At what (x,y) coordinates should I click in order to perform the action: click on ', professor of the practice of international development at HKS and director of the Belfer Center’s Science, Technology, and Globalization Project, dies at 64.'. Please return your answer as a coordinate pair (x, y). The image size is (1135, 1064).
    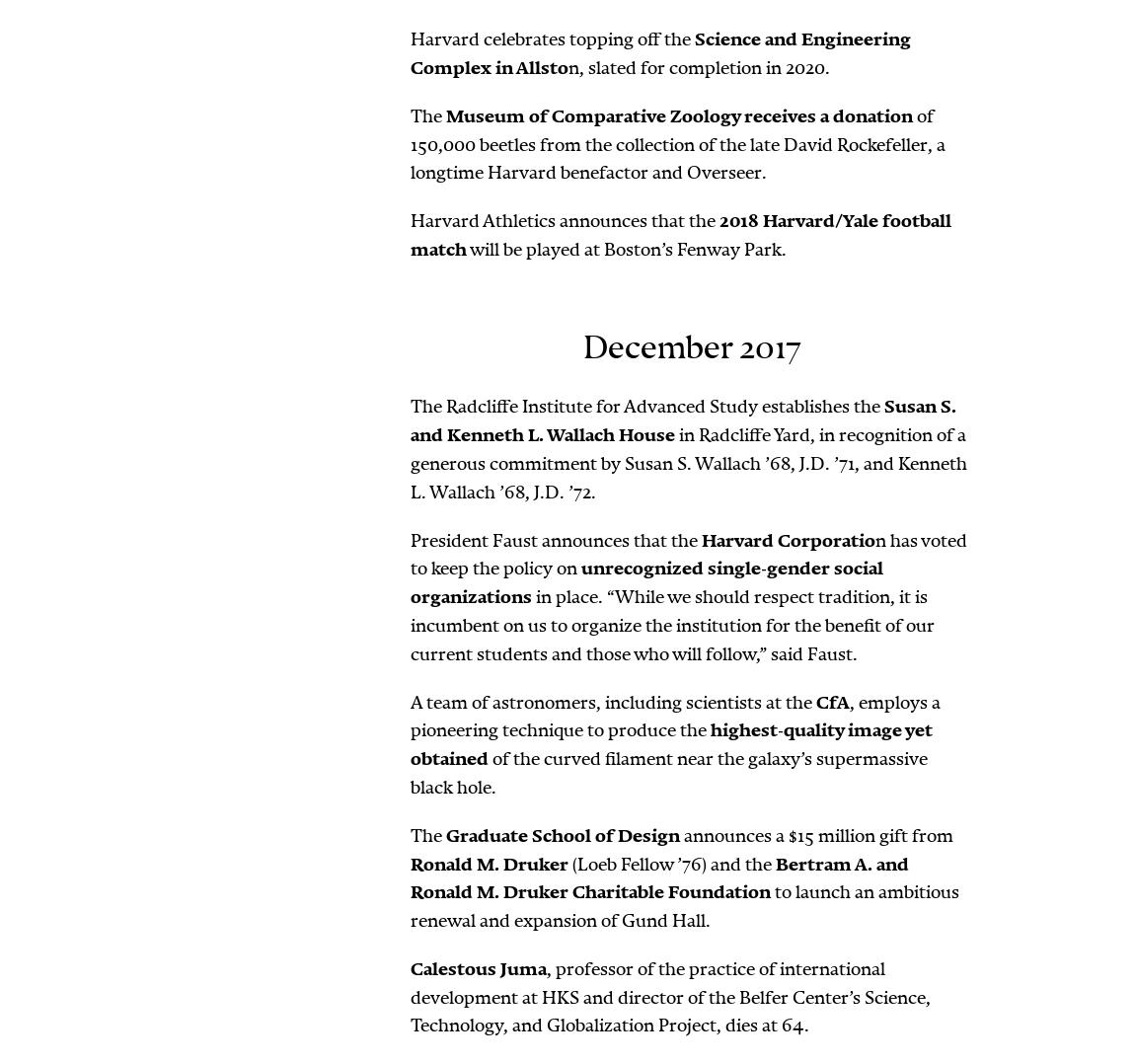
    Looking at the image, I should click on (669, 995).